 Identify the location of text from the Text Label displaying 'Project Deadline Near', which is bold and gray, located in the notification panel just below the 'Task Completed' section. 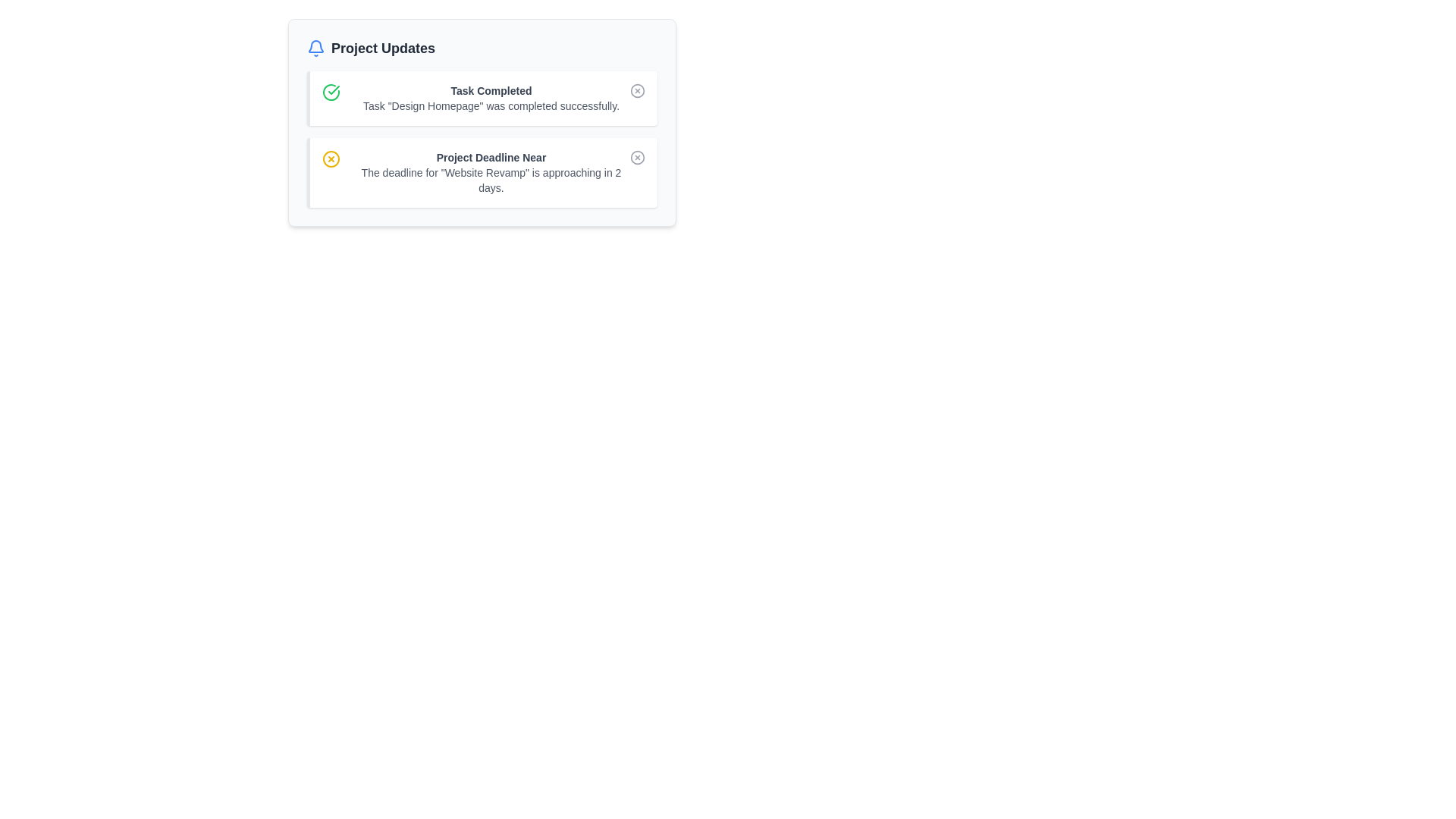
(491, 158).